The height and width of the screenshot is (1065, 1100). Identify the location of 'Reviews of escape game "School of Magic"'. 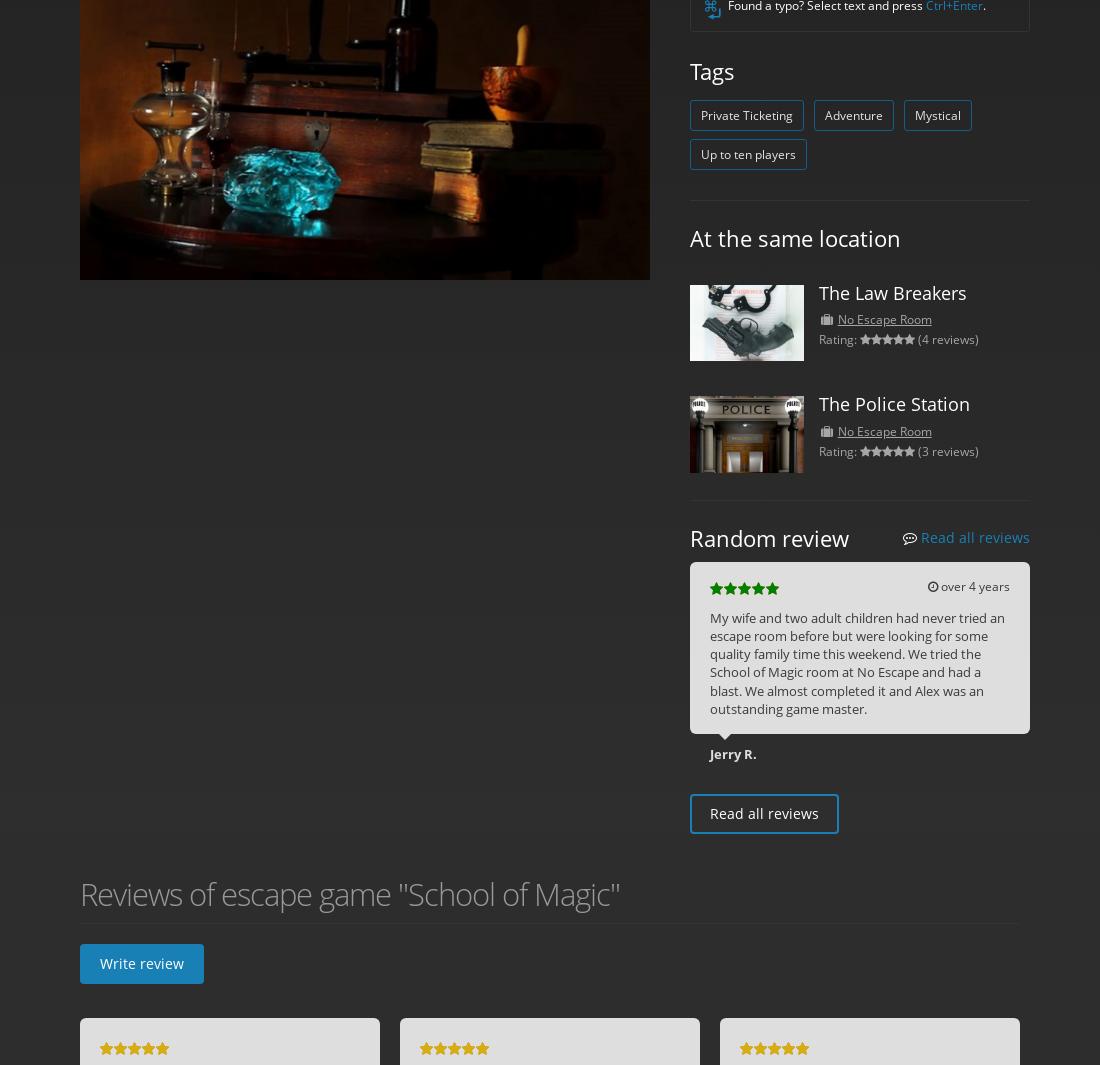
(350, 893).